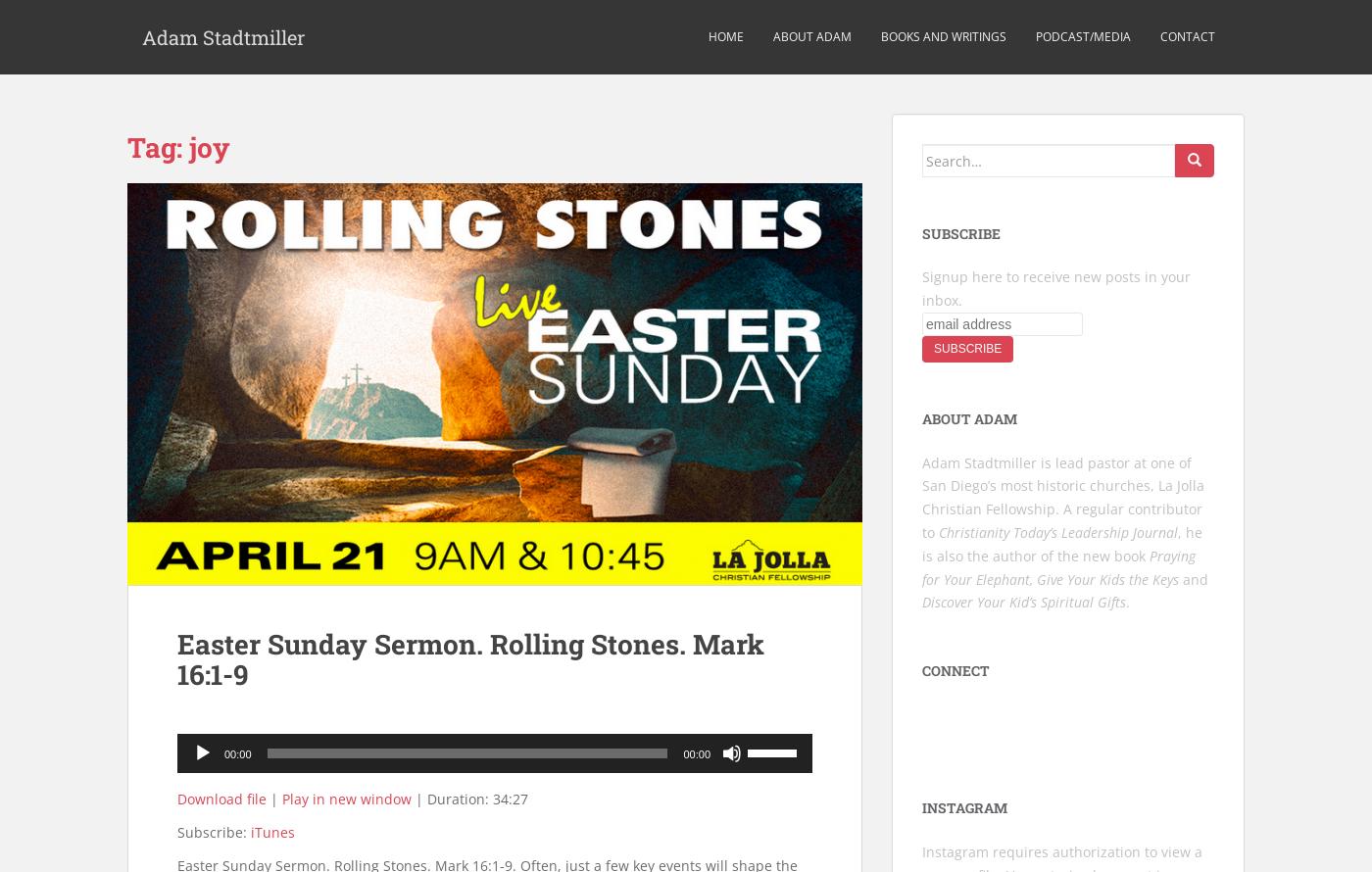  I want to click on 'Subscribe:', so click(214, 831).